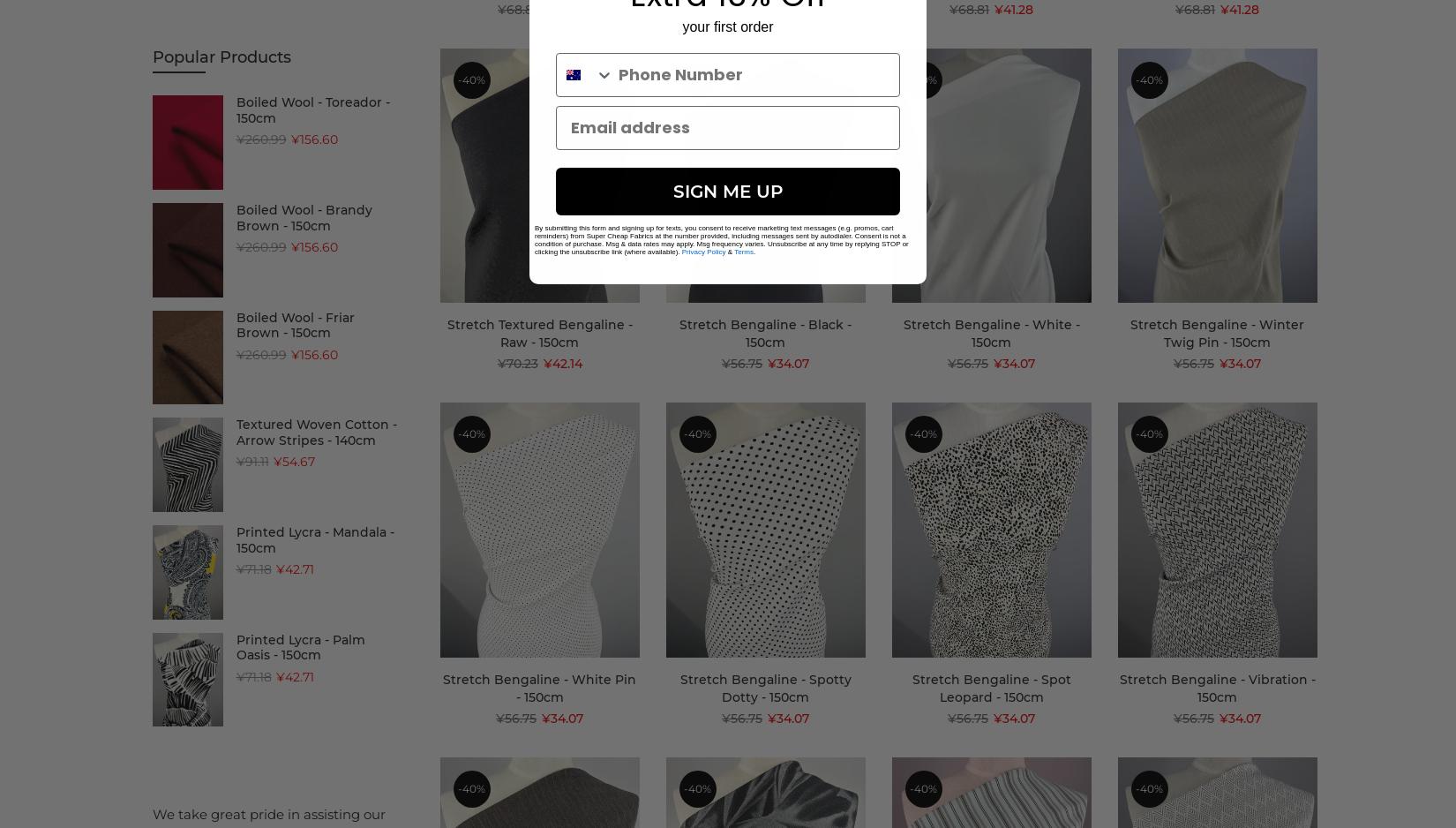  Describe the element at coordinates (221, 56) in the screenshot. I see `'Popular Products'` at that location.